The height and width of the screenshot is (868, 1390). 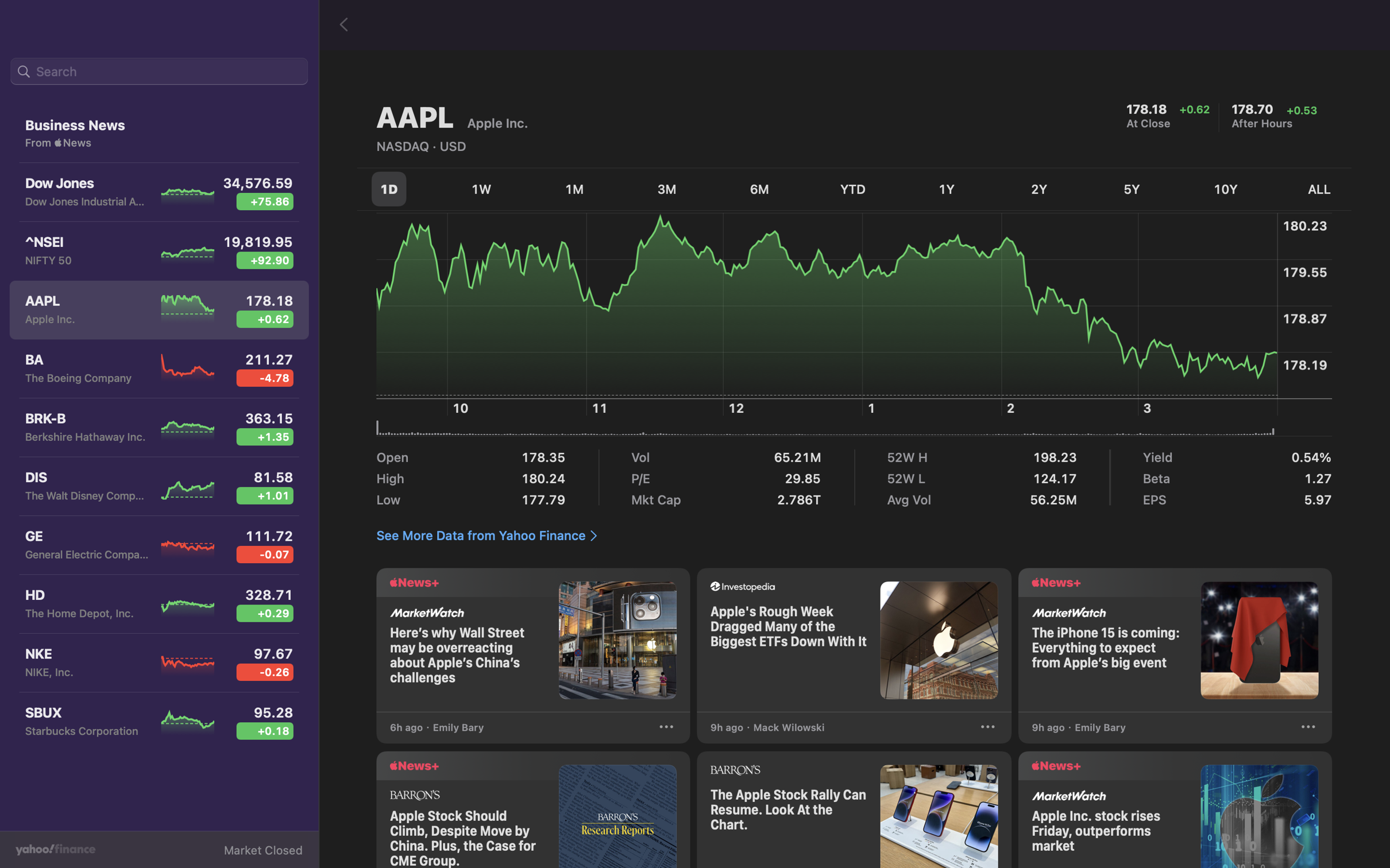 What do you see at coordinates (739, 331) in the screenshot?
I see `View the stock change for 12 noon` at bounding box center [739, 331].